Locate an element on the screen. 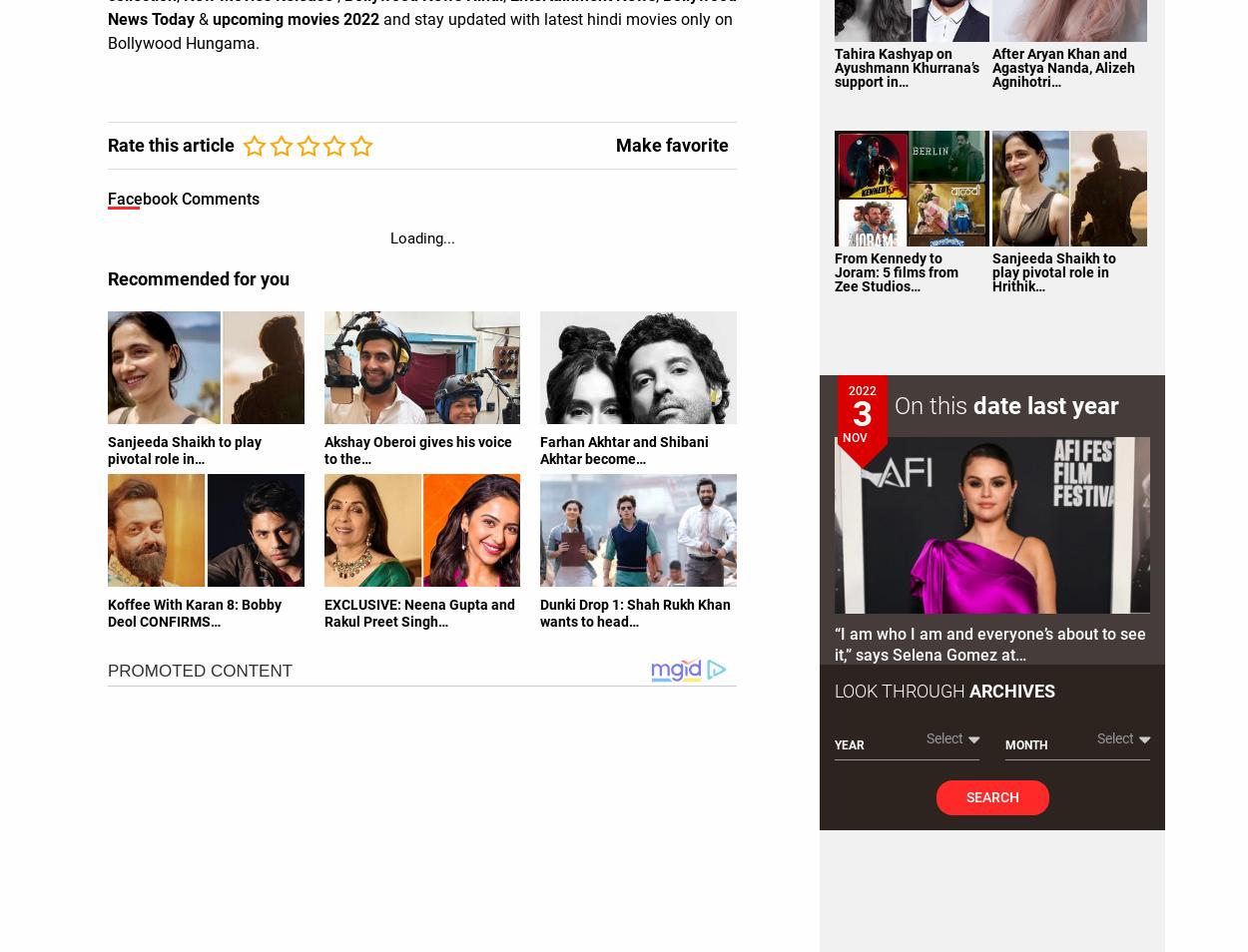 The image size is (1248, 952). 'Loading...' is located at coordinates (421, 237).